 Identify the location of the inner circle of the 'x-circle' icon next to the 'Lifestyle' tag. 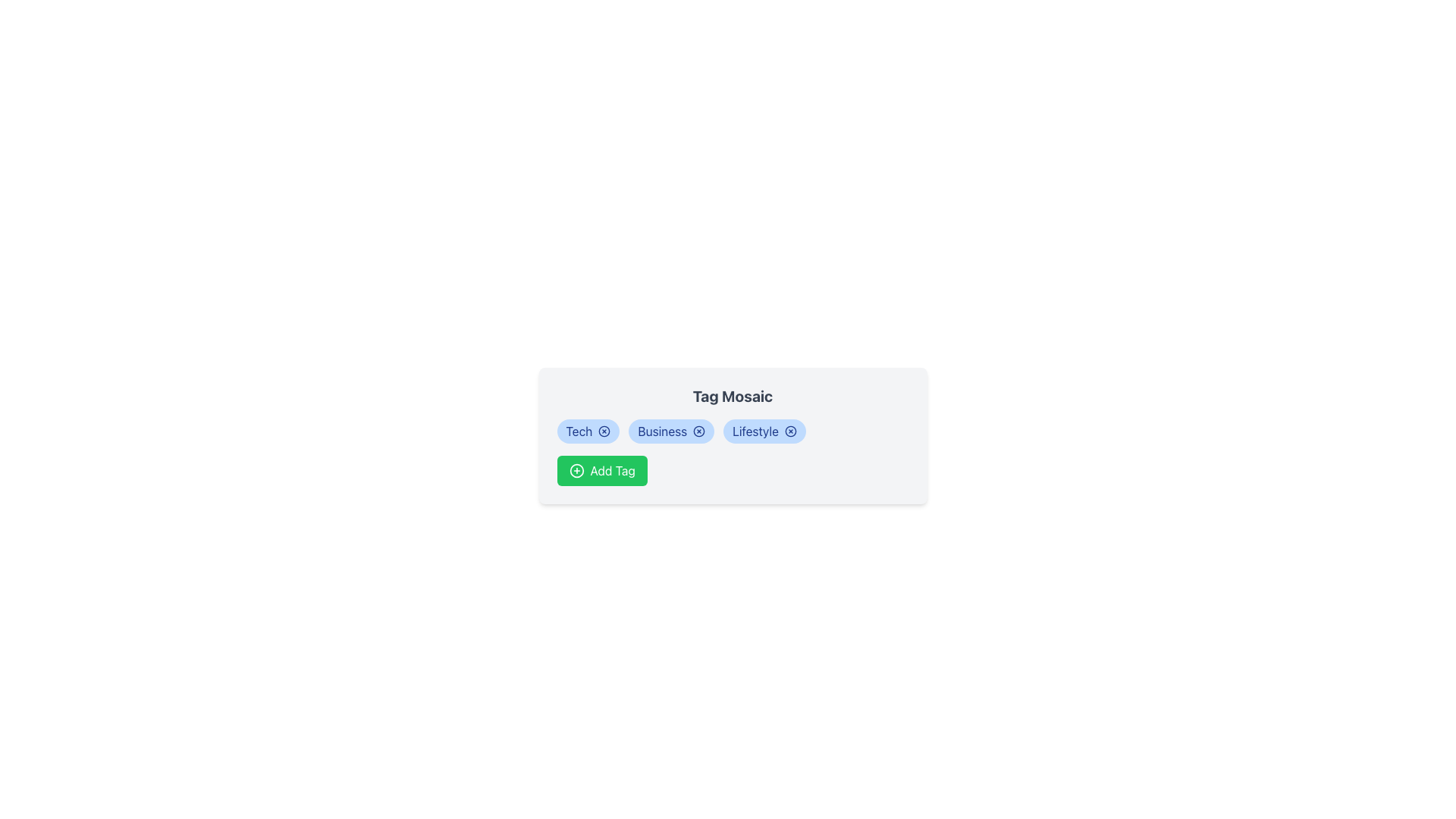
(789, 431).